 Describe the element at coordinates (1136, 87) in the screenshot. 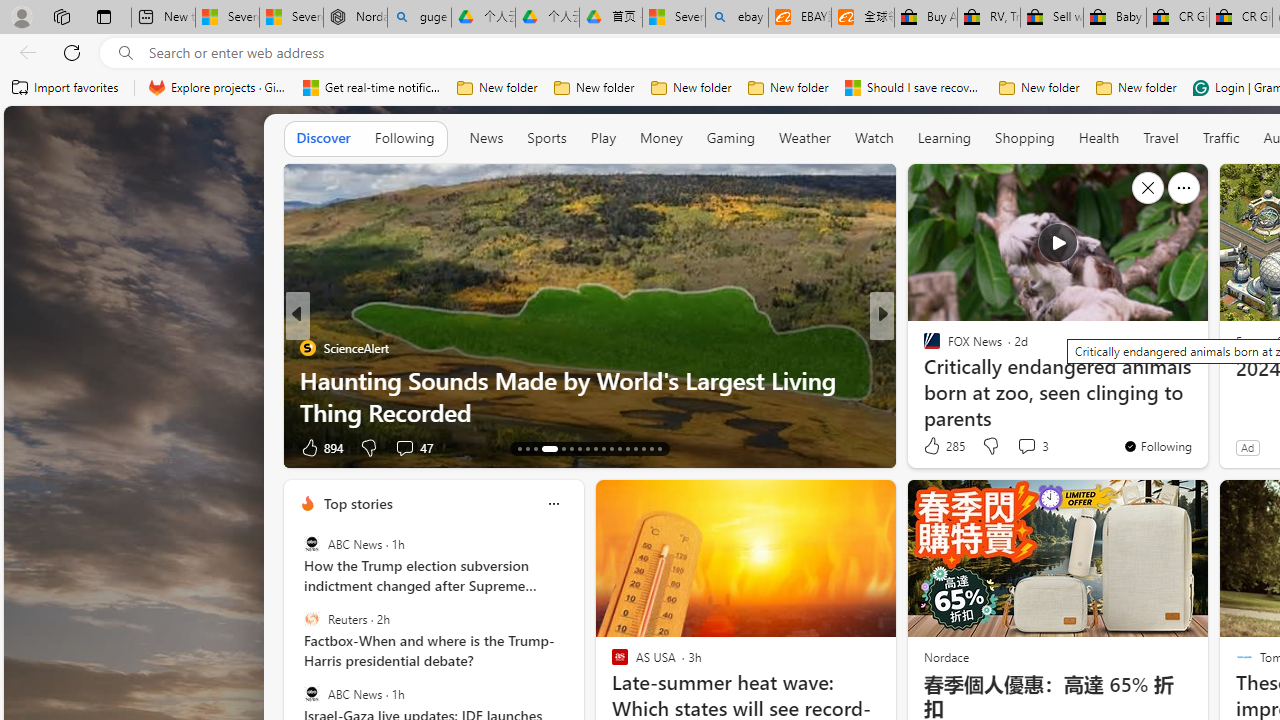

I see `'New folder'` at that location.